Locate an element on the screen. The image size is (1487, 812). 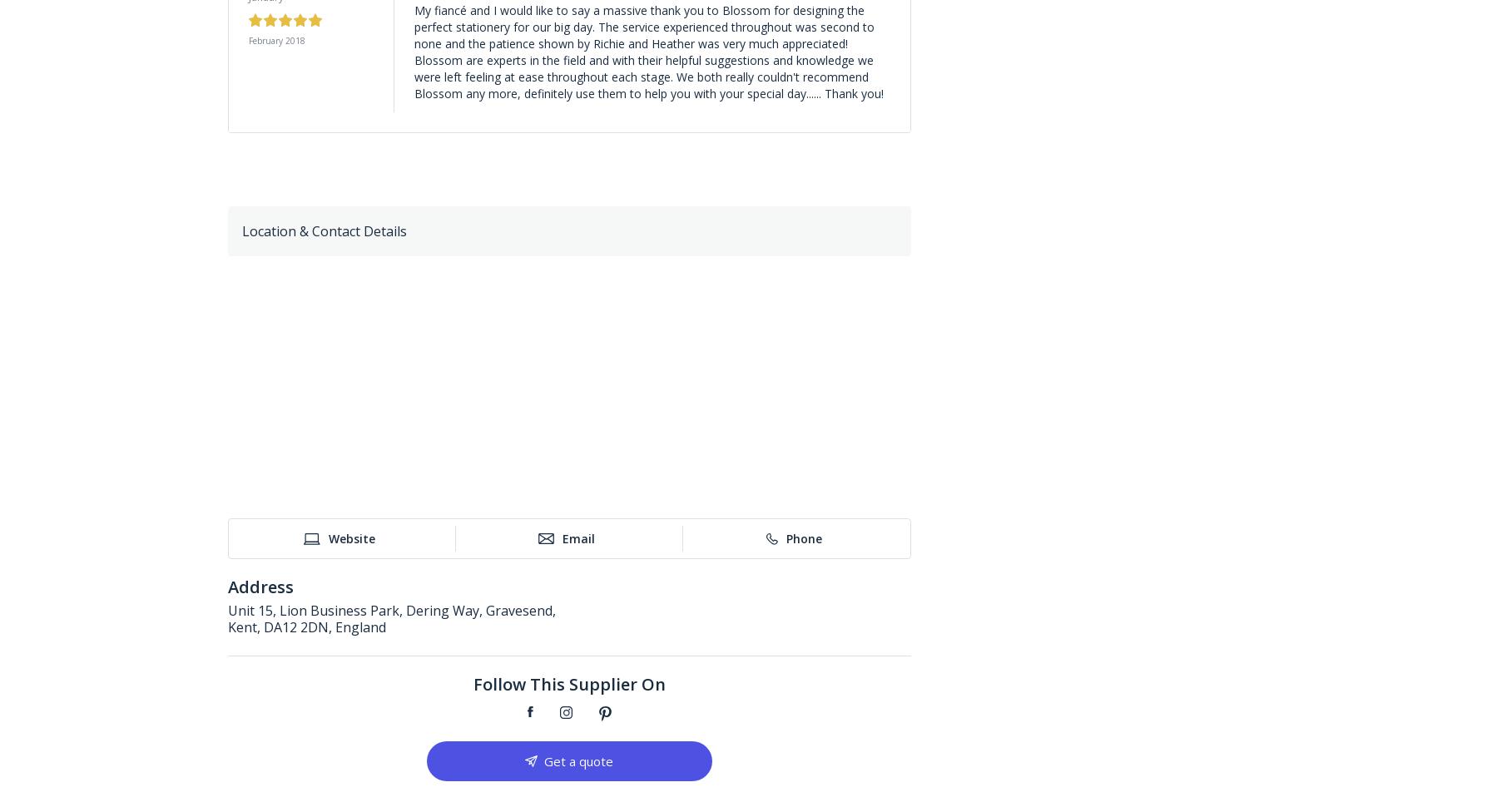
'Phone' is located at coordinates (803, 537).